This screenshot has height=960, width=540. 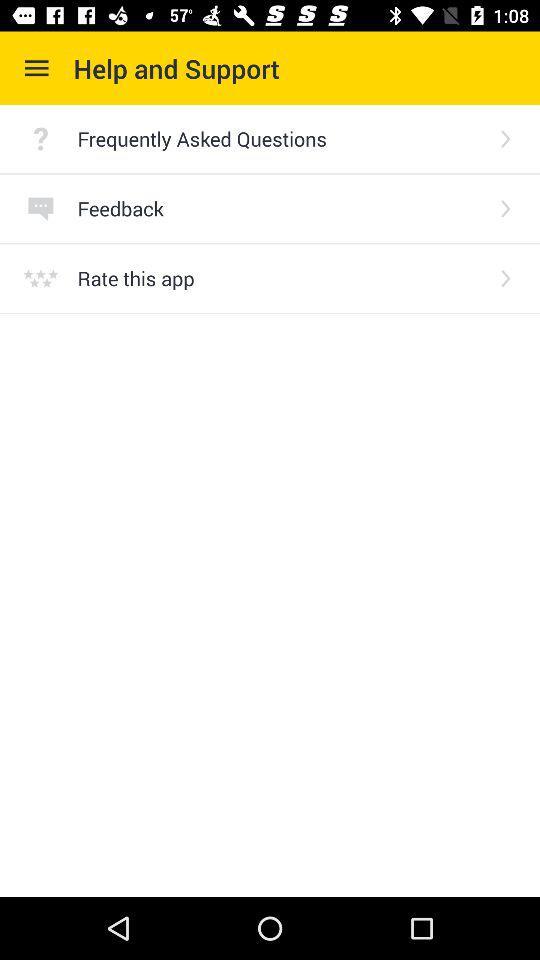 I want to click on the feedback item, so click(x=280, y=208).